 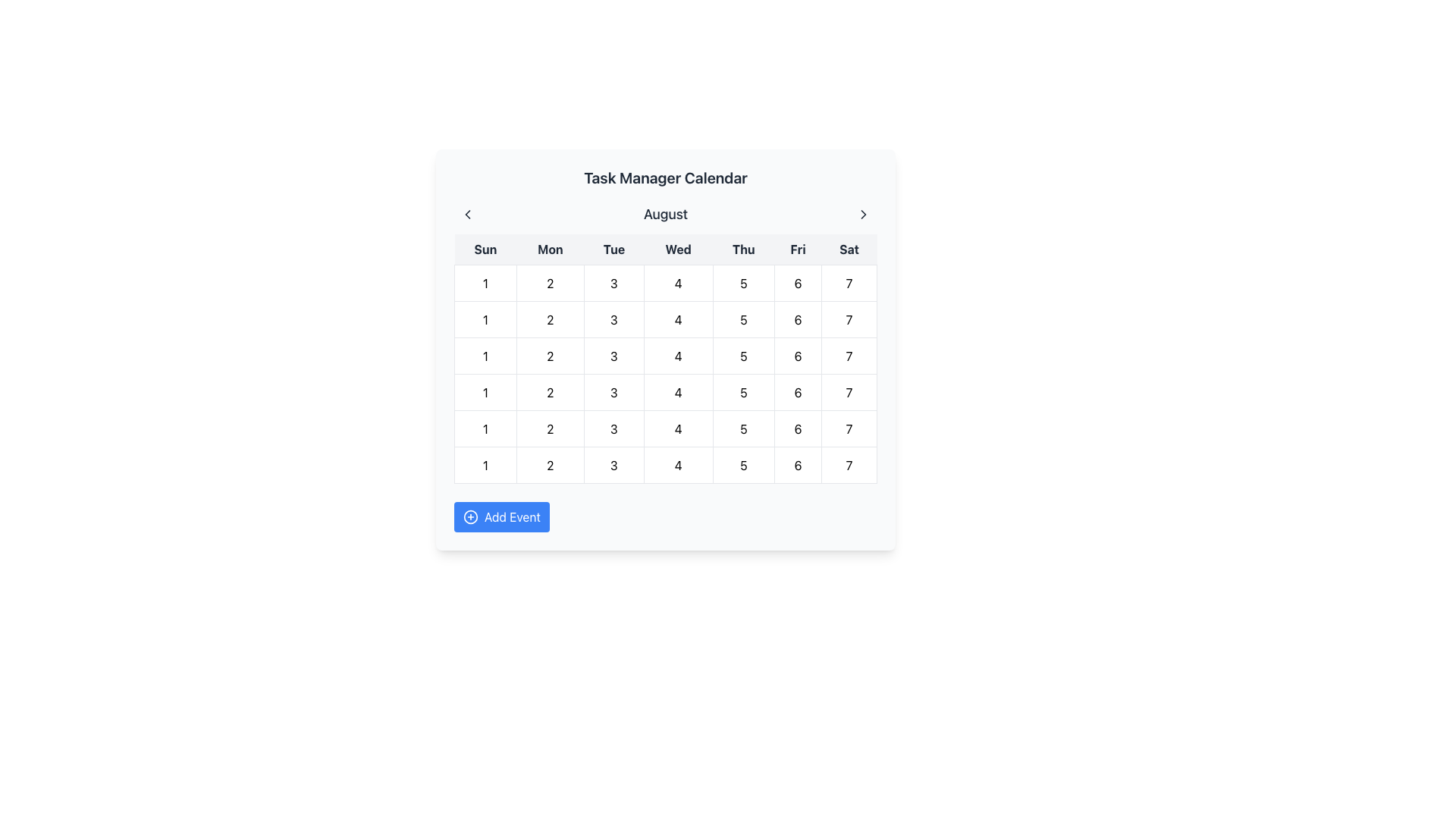 What do you see at coordinates (677, 283) in the screenshot?
I see `the calendar cell containing the number '4' under the 'Wed' column header` at bounding box center [677, 283].